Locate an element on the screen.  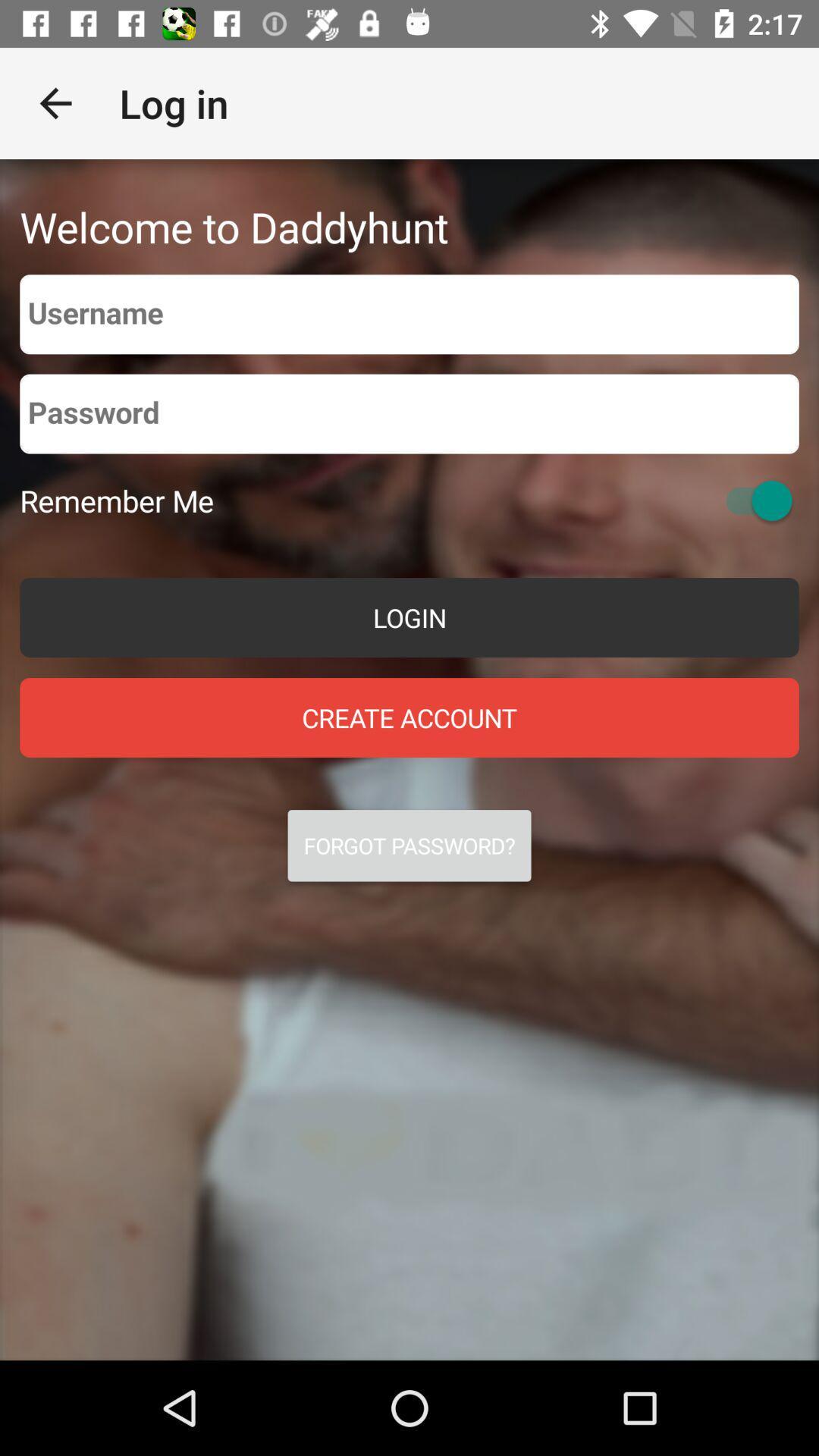
item to the left of the log in app is located at coordinates (55, 102).